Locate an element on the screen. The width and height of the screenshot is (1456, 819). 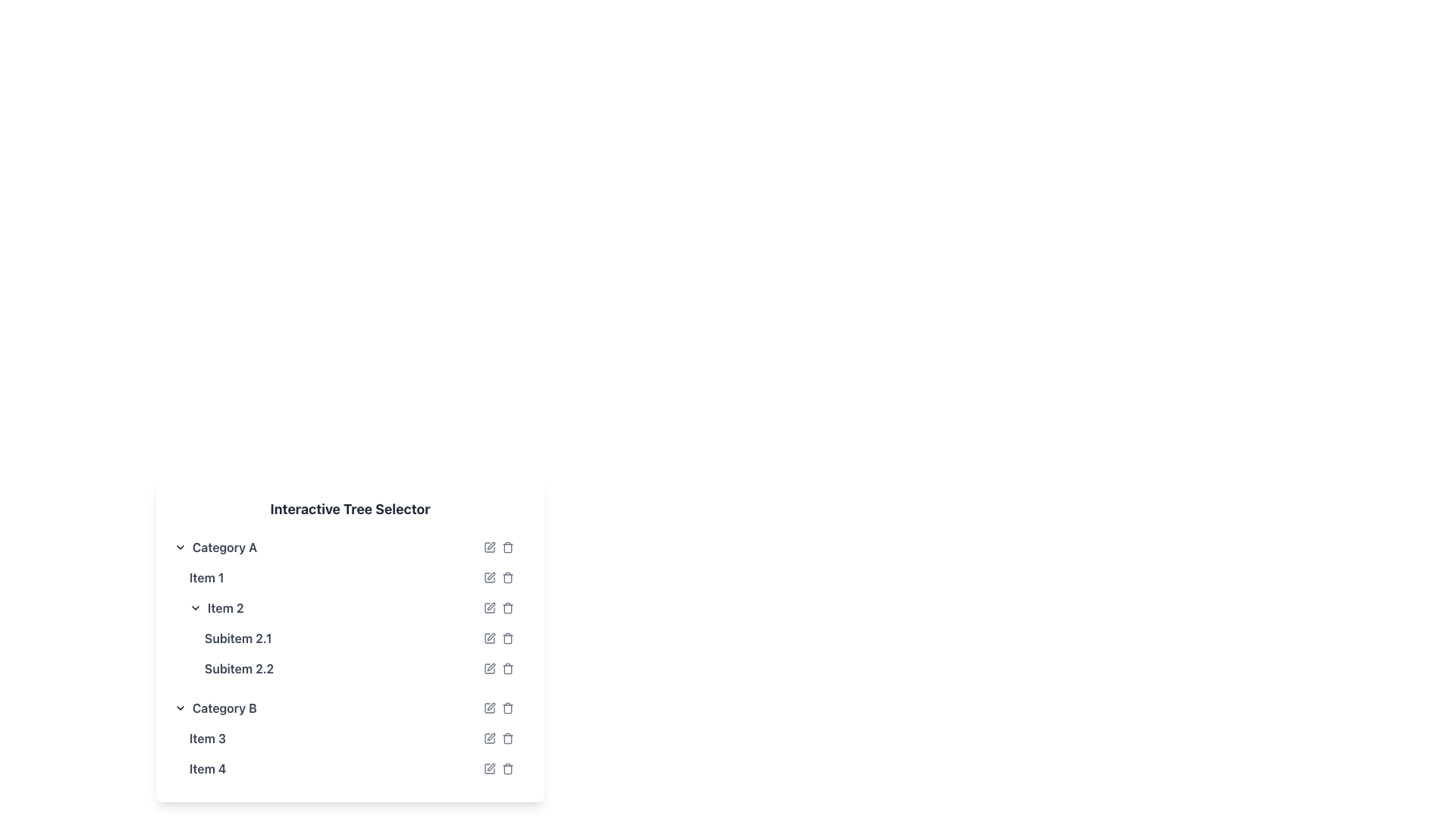
the pen-like icon to the right of 'Category A' to initiate the edit functionality is located at coordinates (491, 546).